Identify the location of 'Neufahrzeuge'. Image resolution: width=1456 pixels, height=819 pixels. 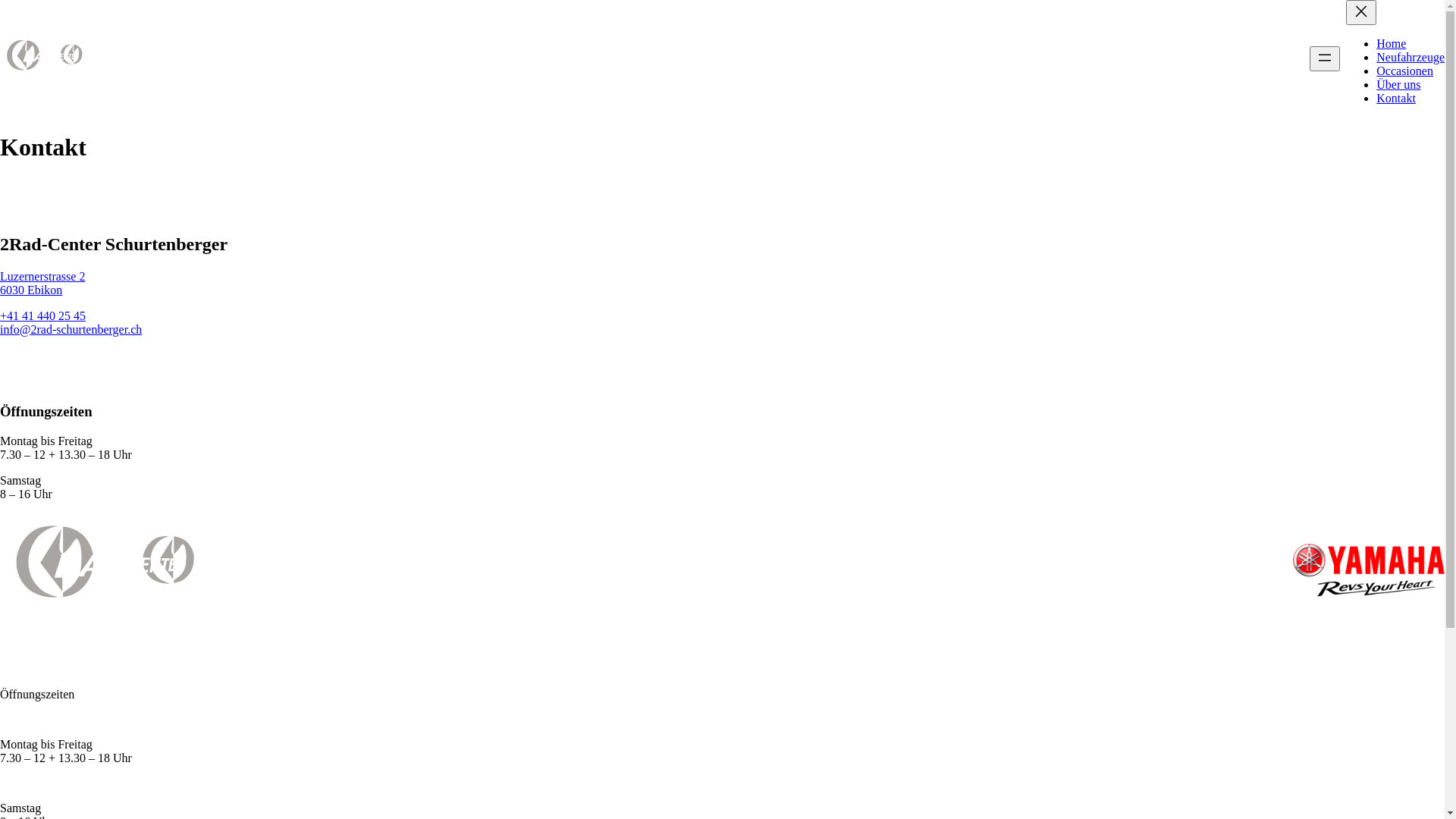
(1410, 56).